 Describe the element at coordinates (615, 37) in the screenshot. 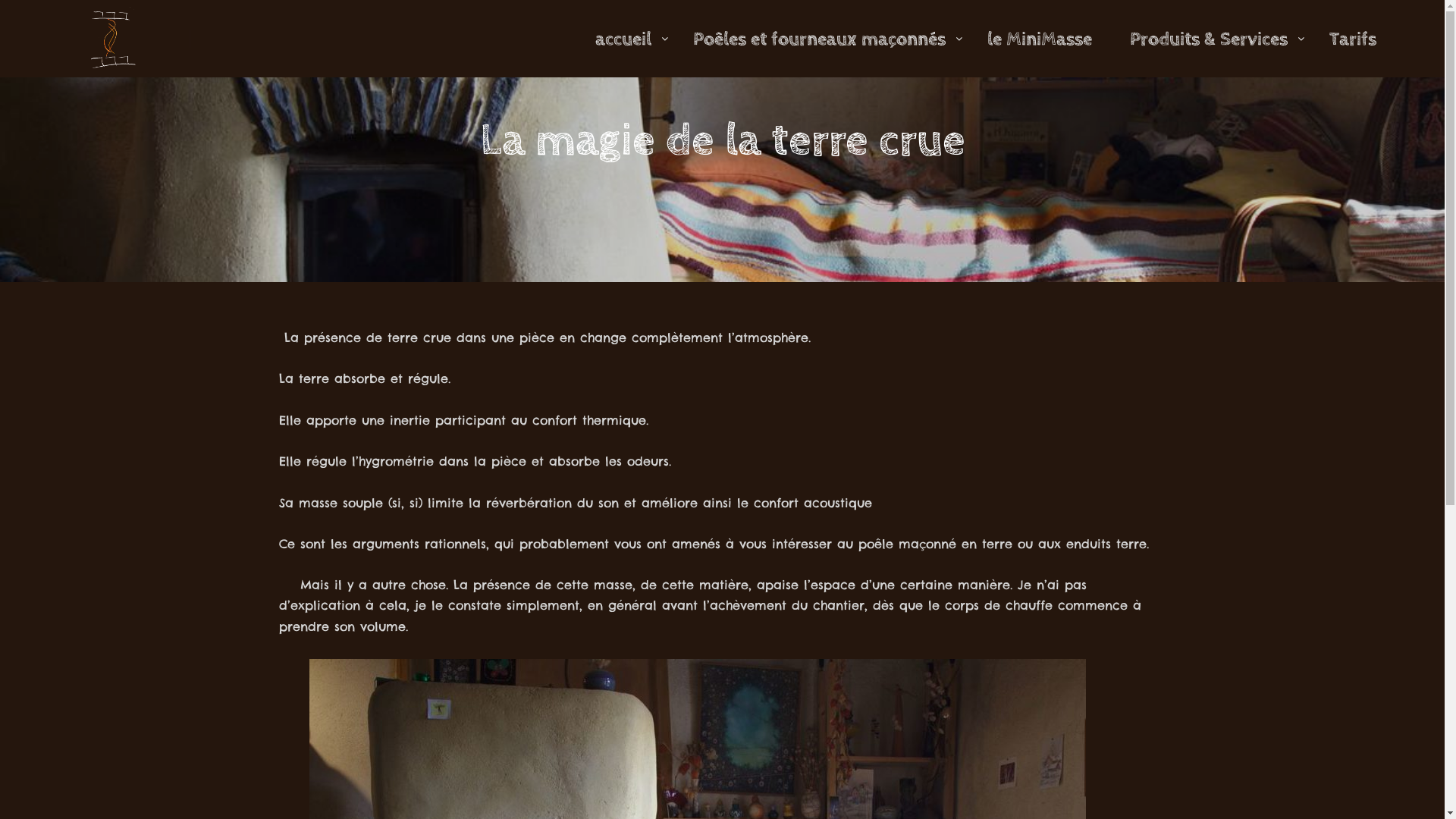

I see `'accueil'` at that location.